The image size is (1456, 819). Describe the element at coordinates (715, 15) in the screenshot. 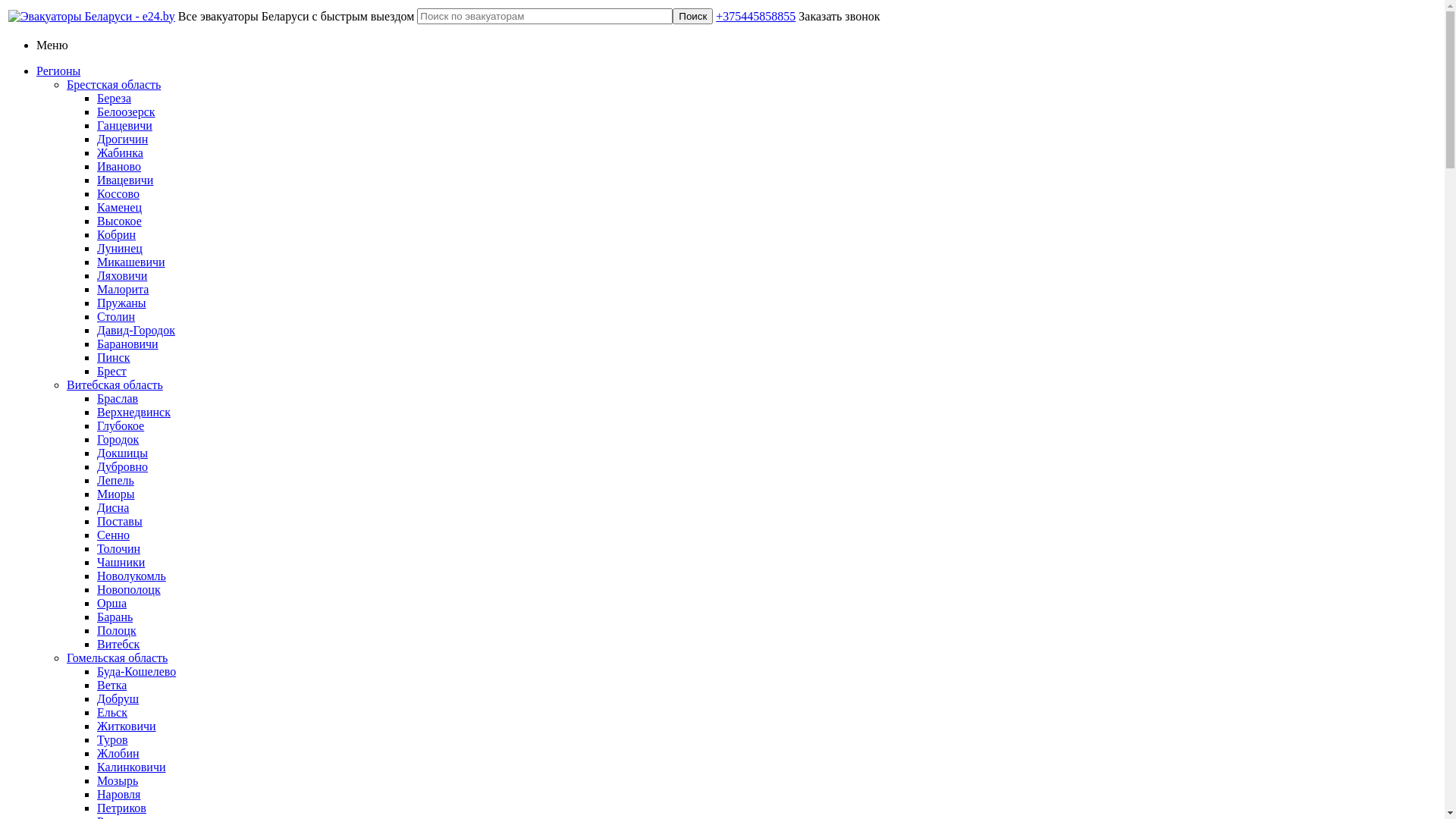

I see `'+375445858855'` at that location.